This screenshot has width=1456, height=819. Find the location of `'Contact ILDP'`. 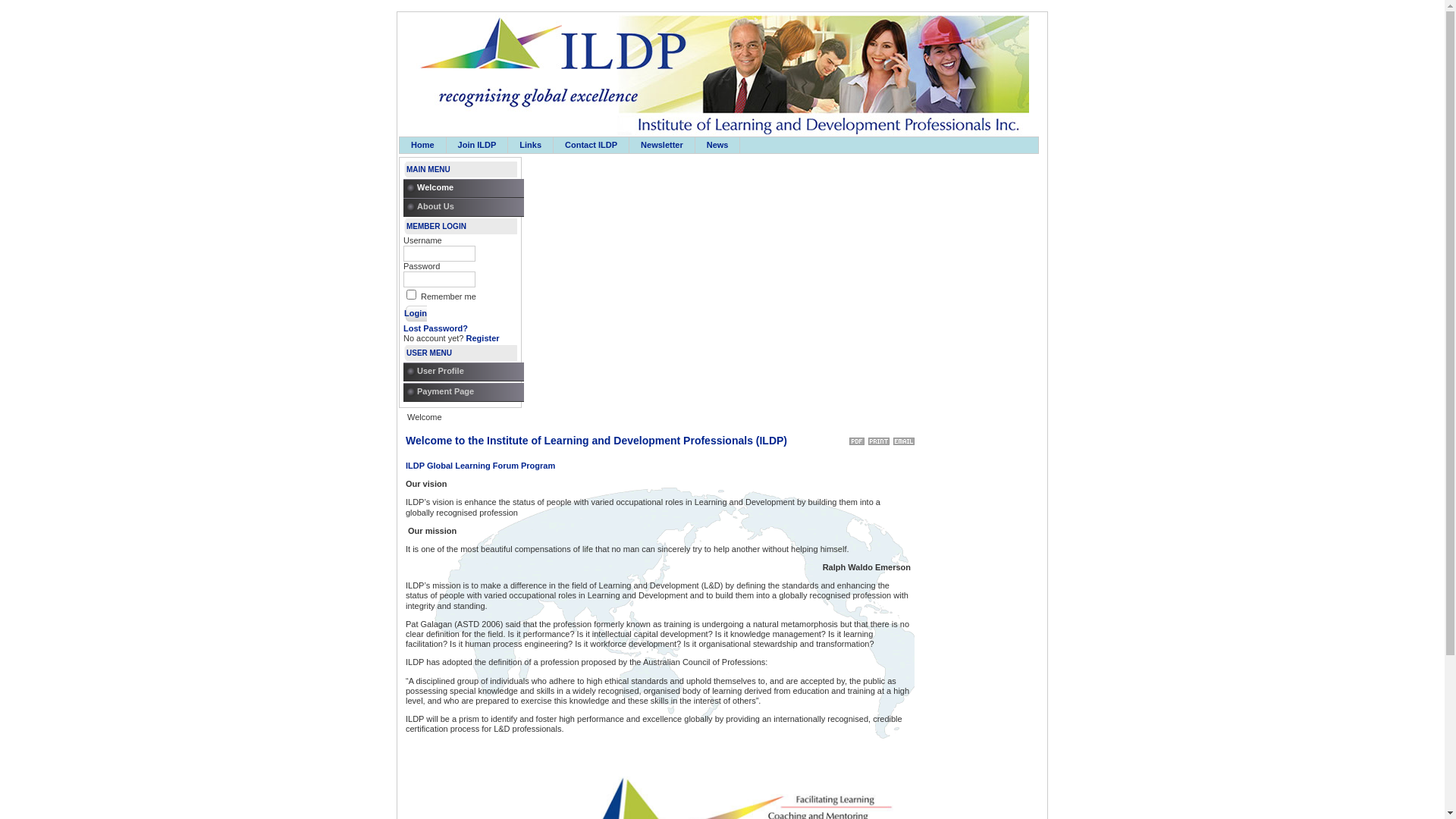

'Contact ILDP' is located at coordinates (590, 145).